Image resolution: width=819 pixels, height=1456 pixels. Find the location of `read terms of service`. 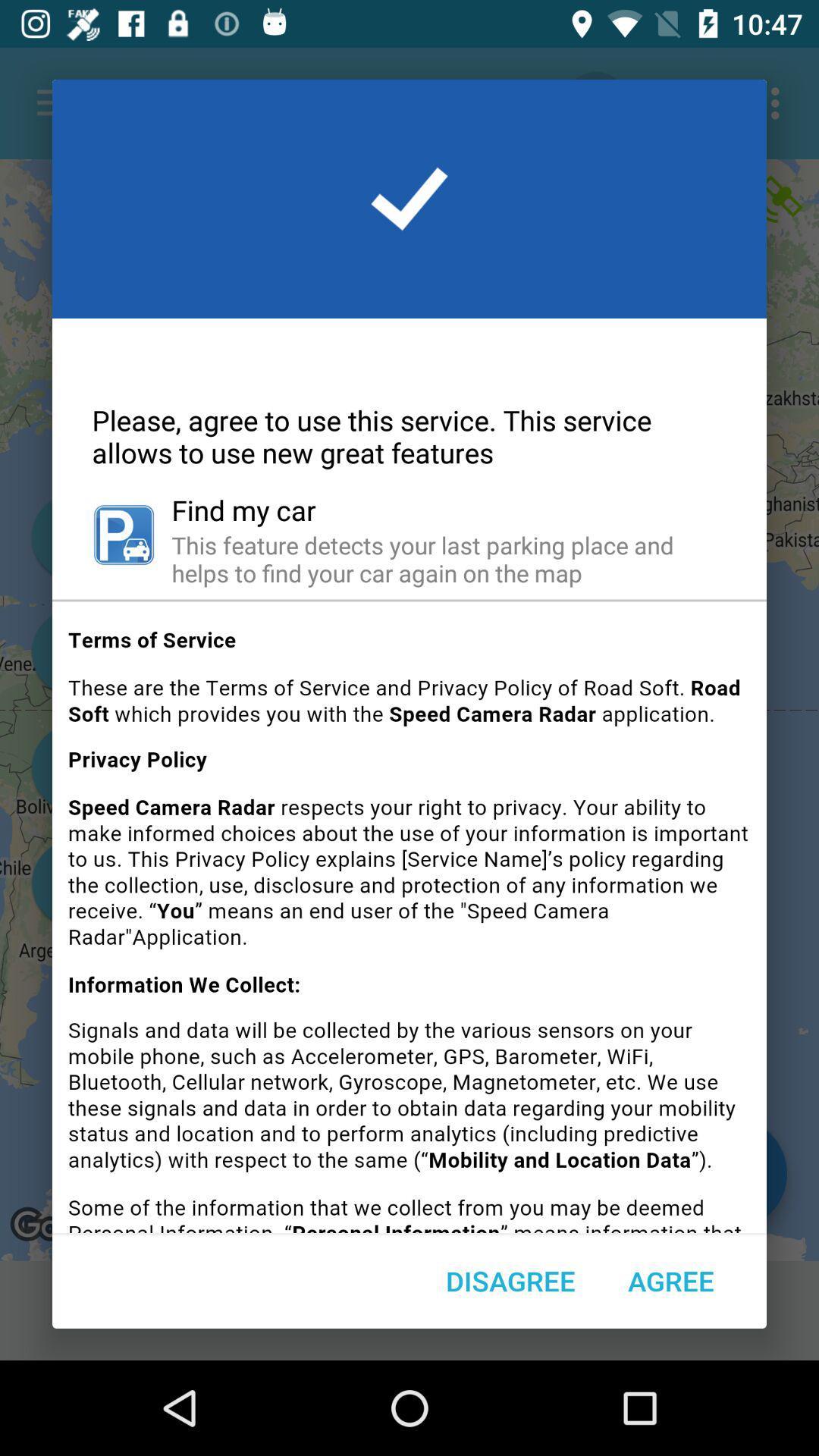

read terms of service is located at coordinates (409, 921).